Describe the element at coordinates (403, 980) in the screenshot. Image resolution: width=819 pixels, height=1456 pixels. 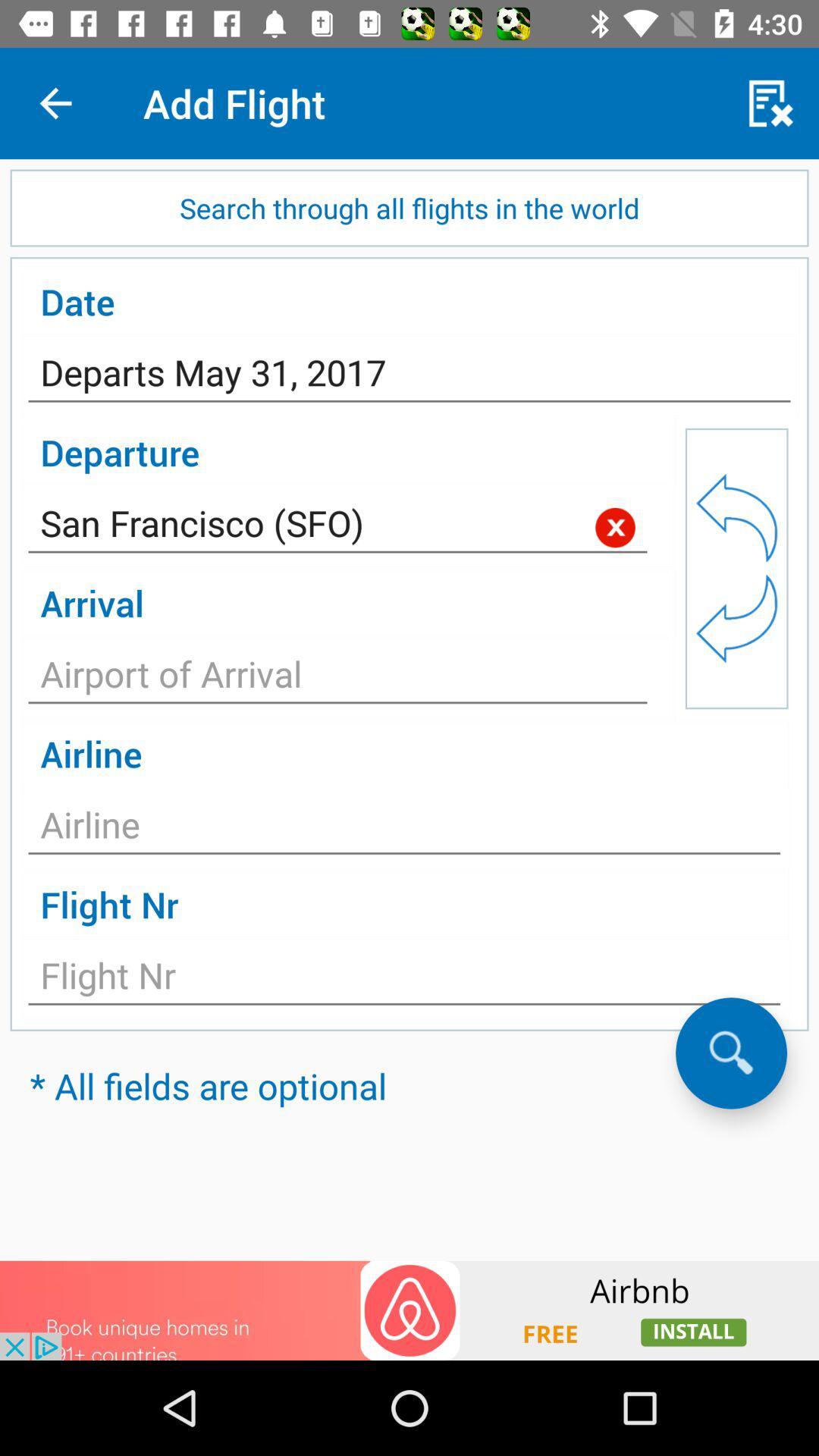
I see `flightnr` at that location.